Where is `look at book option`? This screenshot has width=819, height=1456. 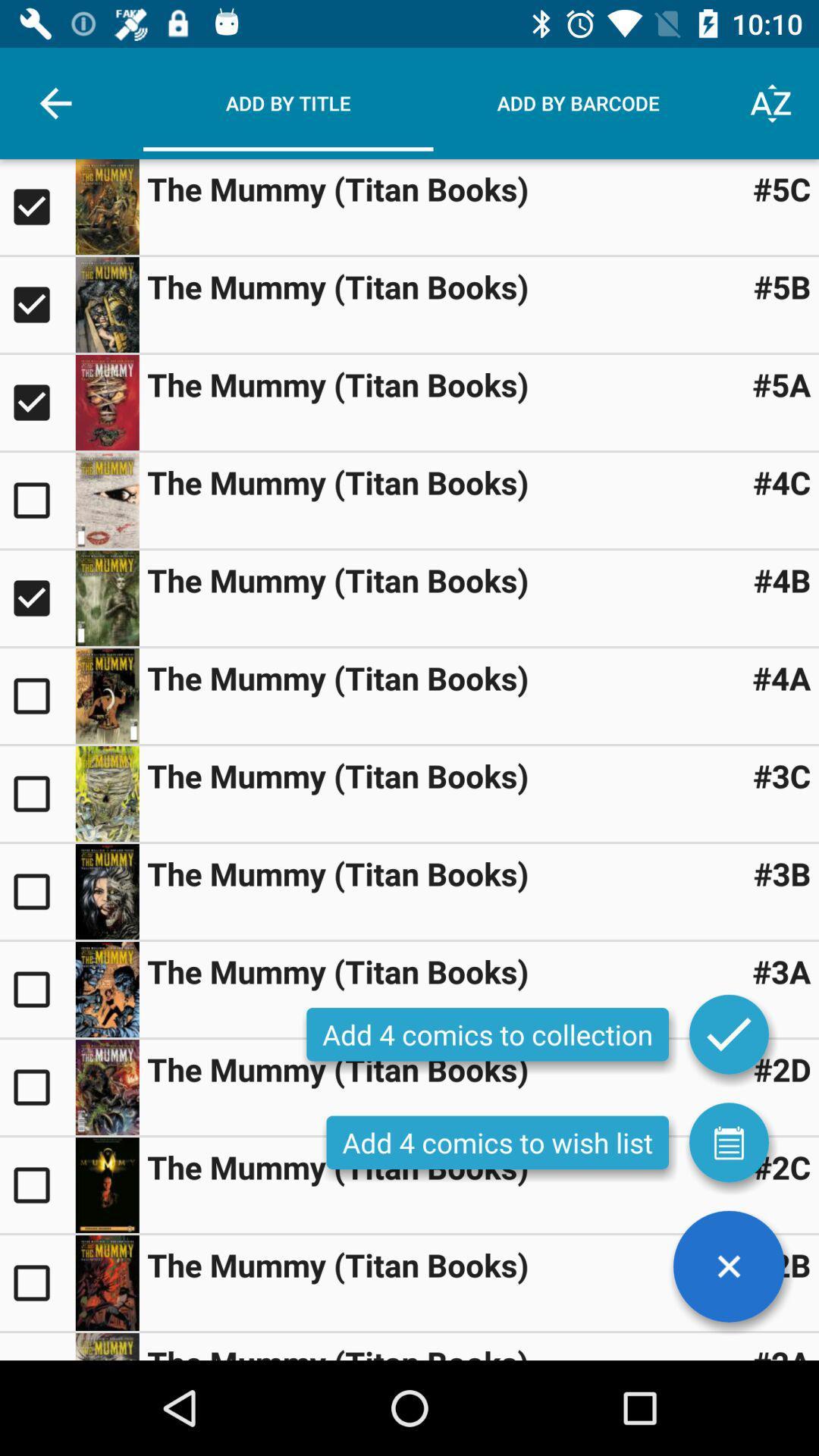 look at book option is located at coordinates (106, 597).